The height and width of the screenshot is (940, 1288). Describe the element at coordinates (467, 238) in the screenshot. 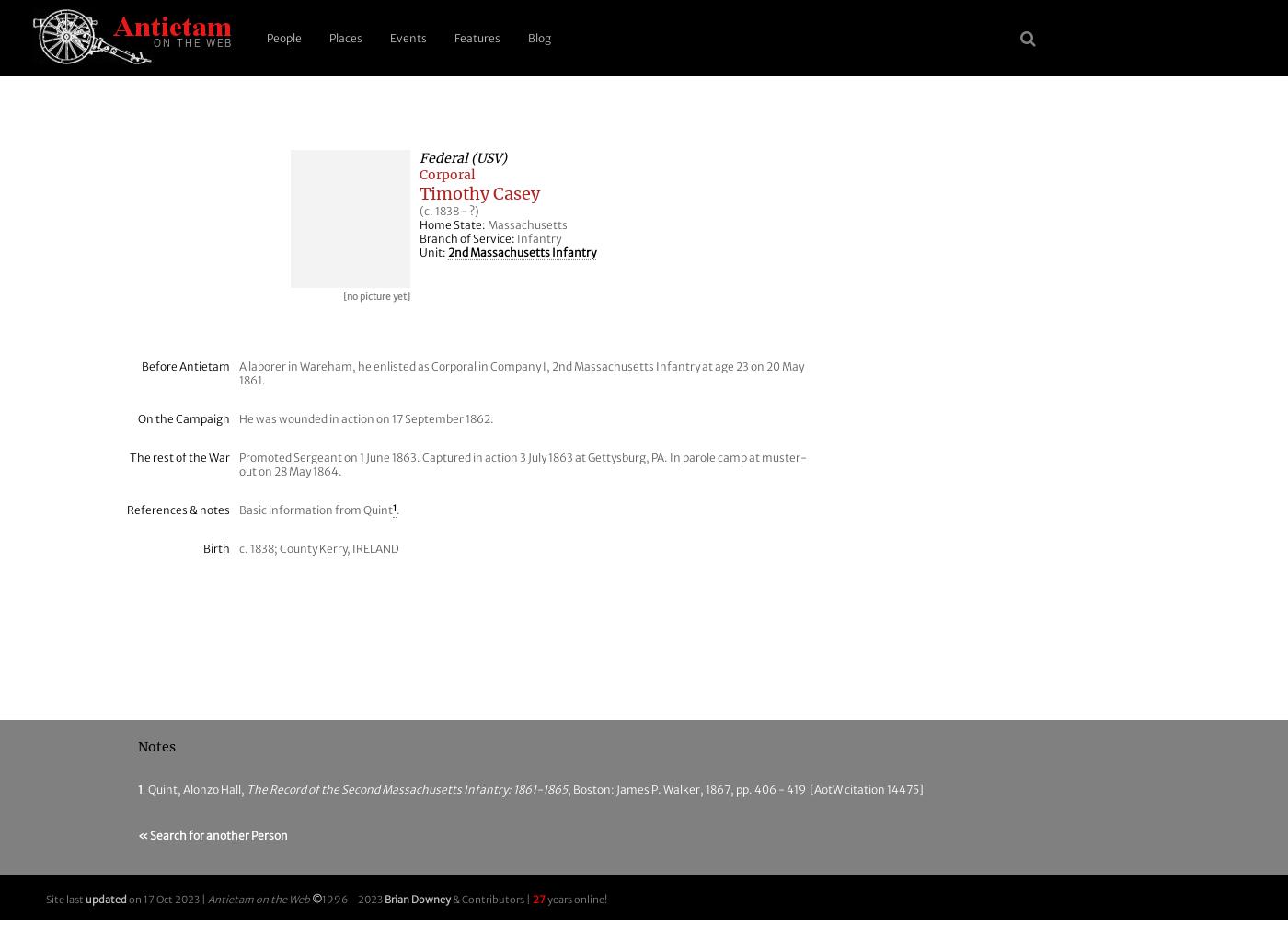

I see `'Branch of Service:'` at that location.